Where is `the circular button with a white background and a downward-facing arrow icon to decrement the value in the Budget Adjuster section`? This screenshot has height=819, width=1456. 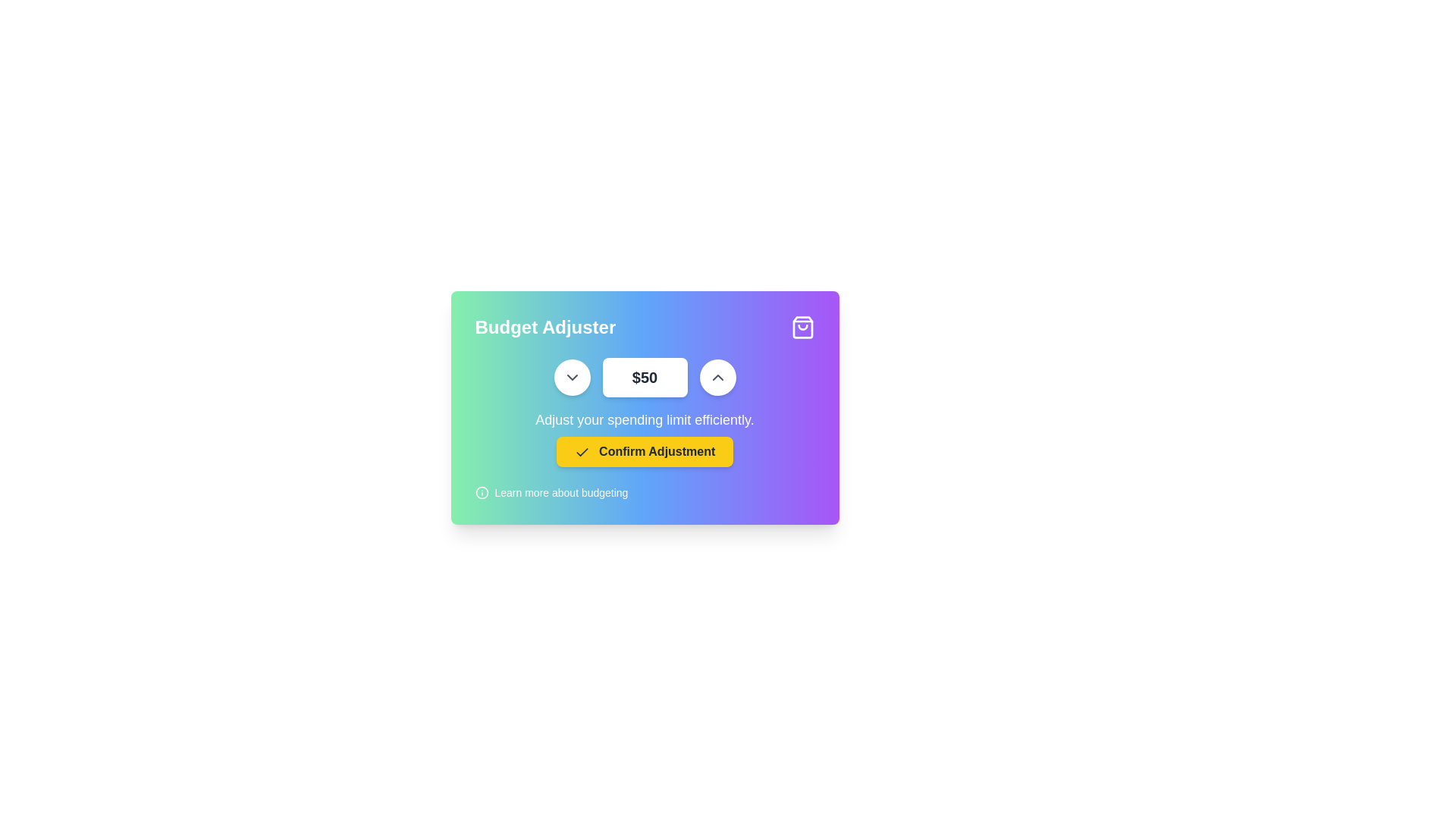 the circular button with a white background and a downward-facing arrow icon to decrement the value in the Budget Adjuster section is located at coordinates (571, 376).